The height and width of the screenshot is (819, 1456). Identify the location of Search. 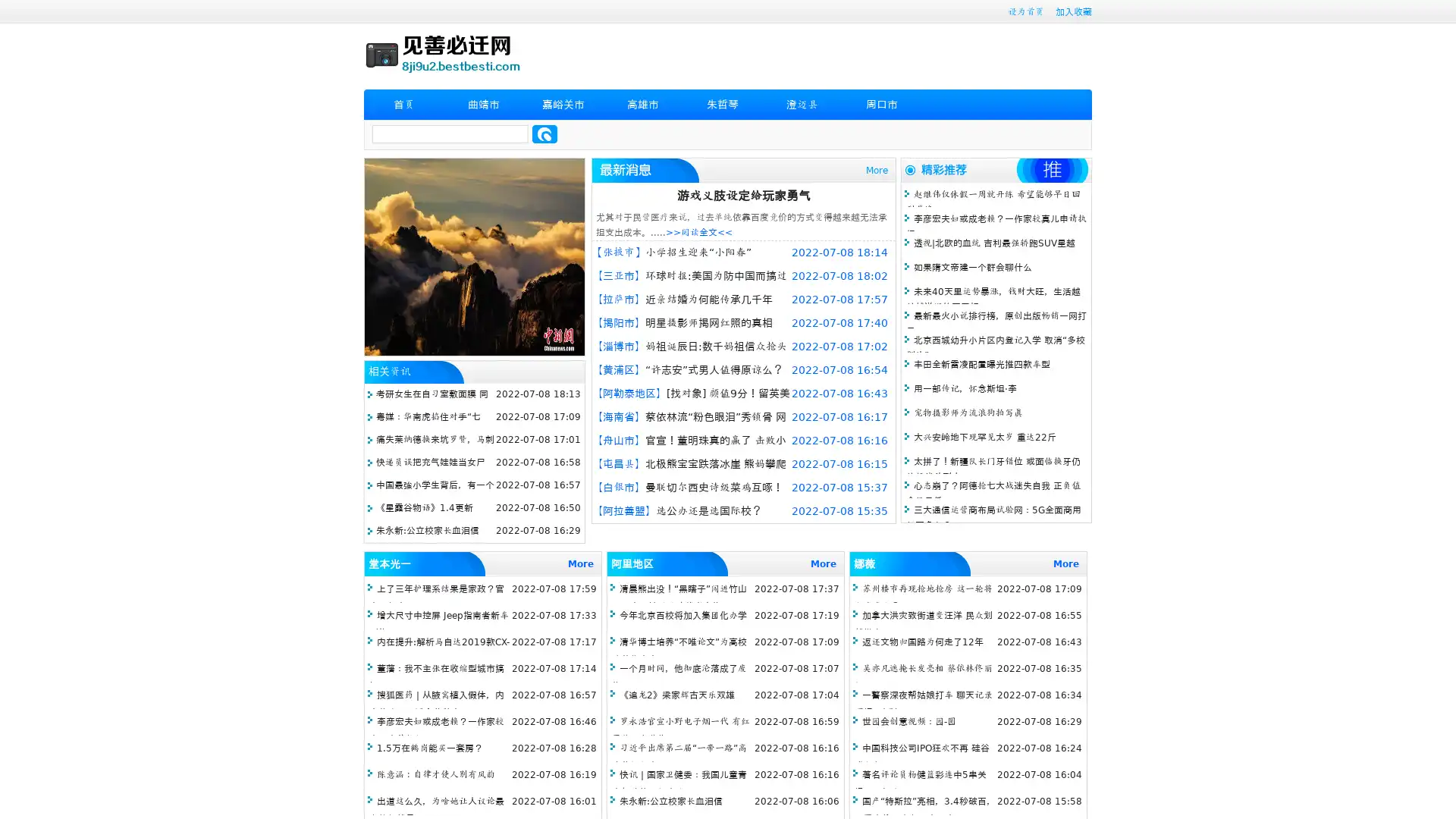
(544, 133).